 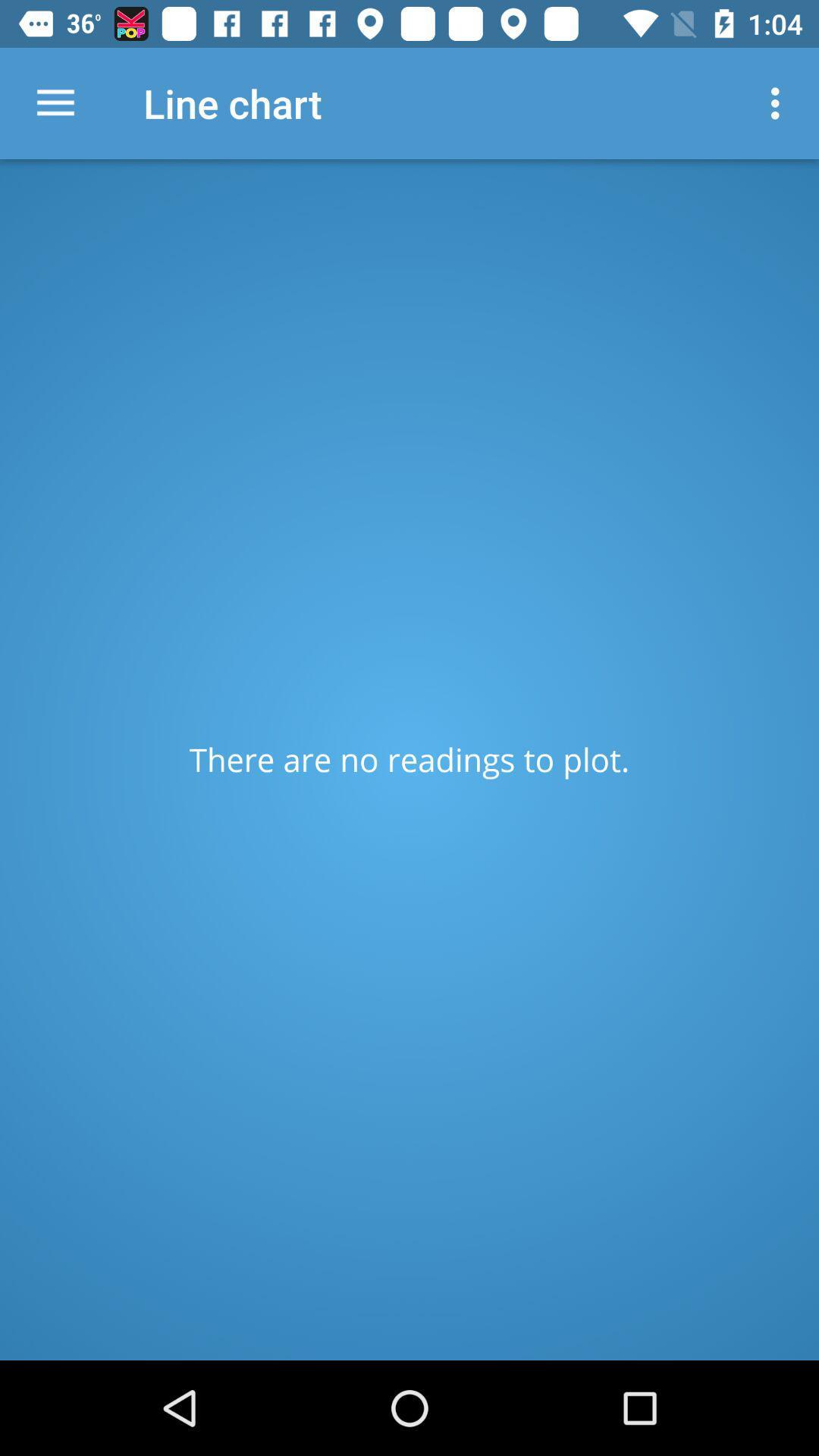 What do you see at coordinates (779, 102) in the screenshot?
I see `item at the top right corner` at bounding box center [779, 102].